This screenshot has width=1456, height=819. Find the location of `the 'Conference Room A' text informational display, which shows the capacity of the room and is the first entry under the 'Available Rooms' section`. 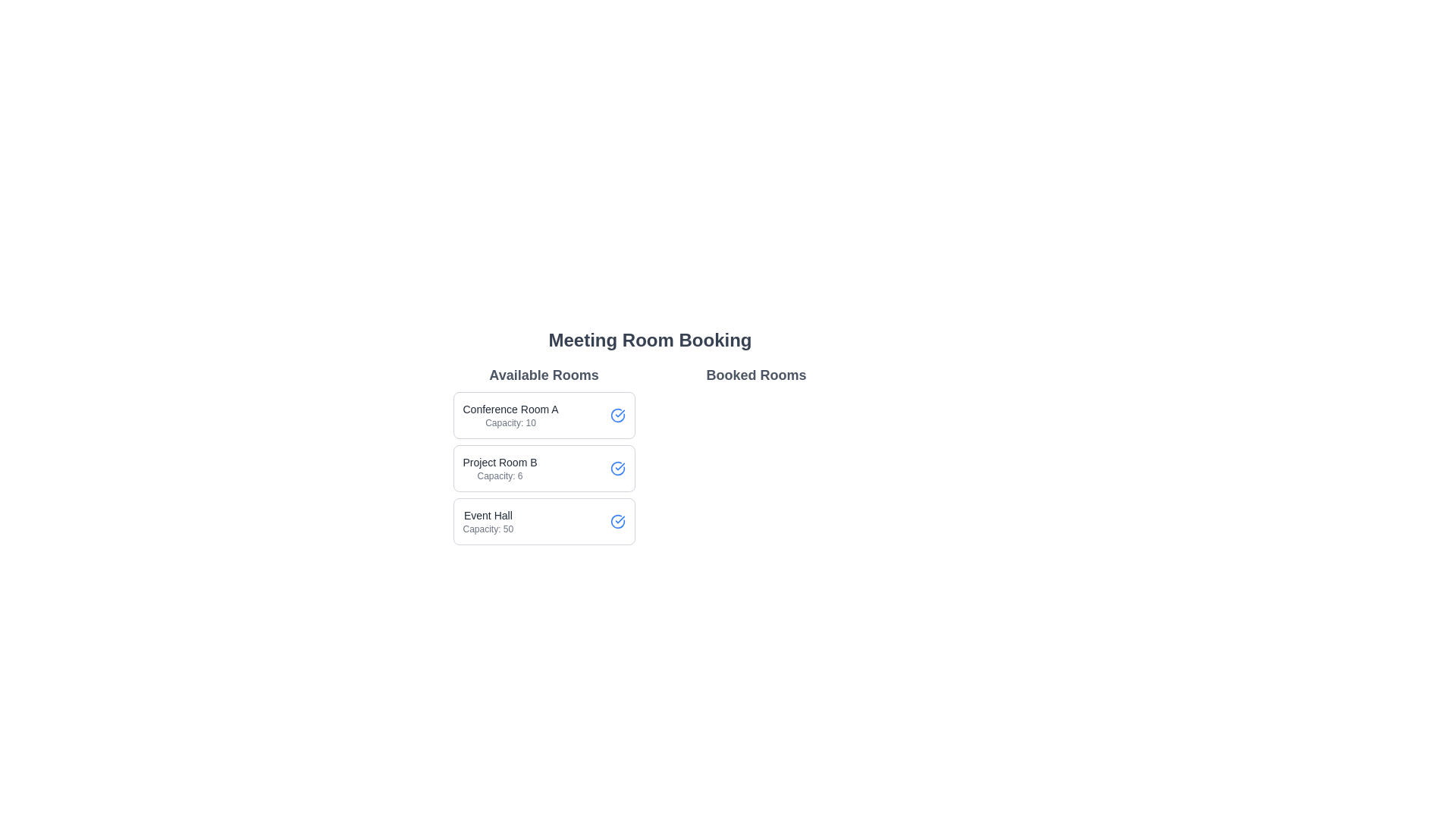

the 'Conference Room A' text informational display, which shows the capacity of the room and is the first entry under the 'Available Rooms' section is located at coordinates (510, 415).